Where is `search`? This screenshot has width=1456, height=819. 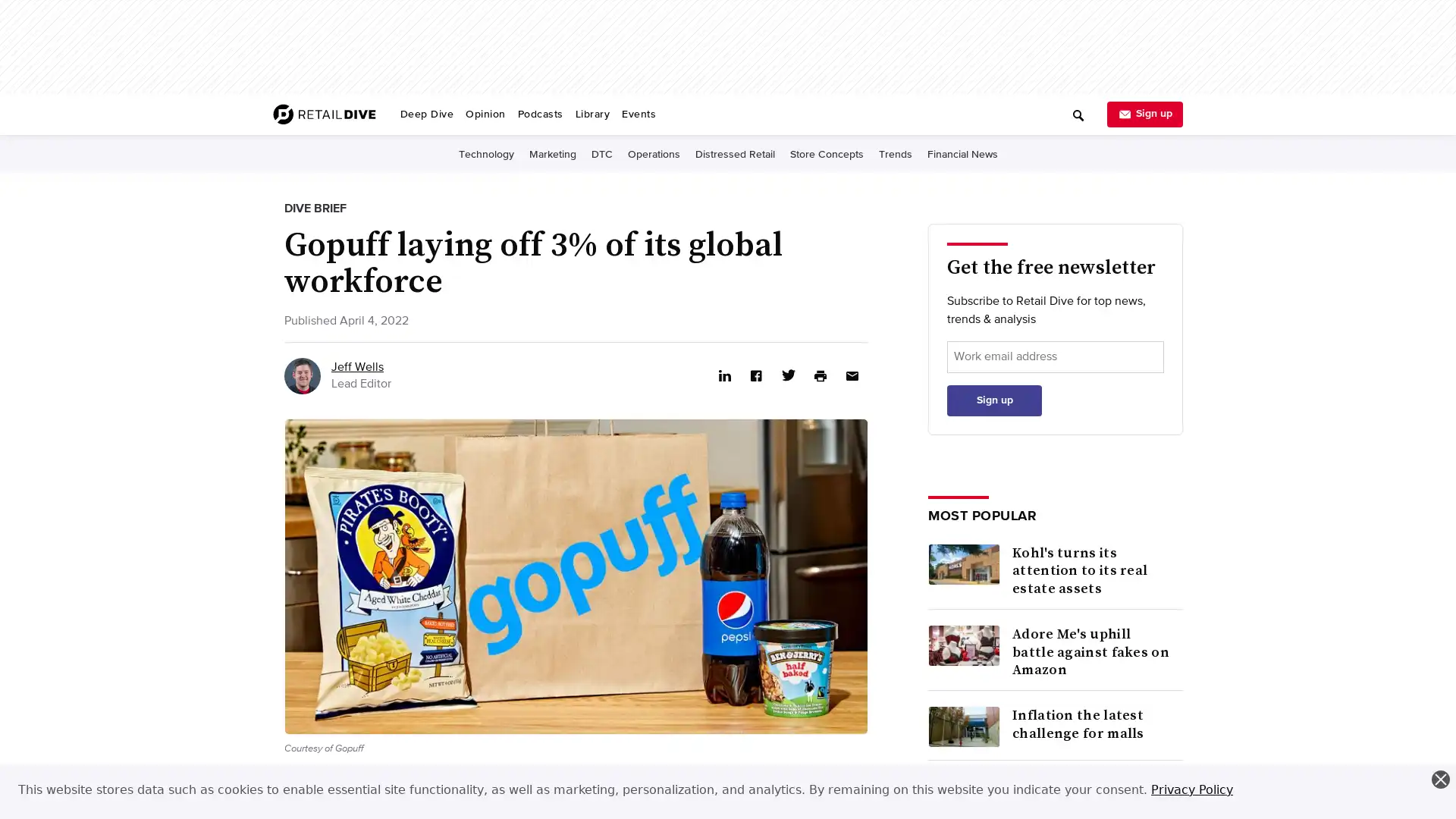
search is located at coordinates (843, 108).